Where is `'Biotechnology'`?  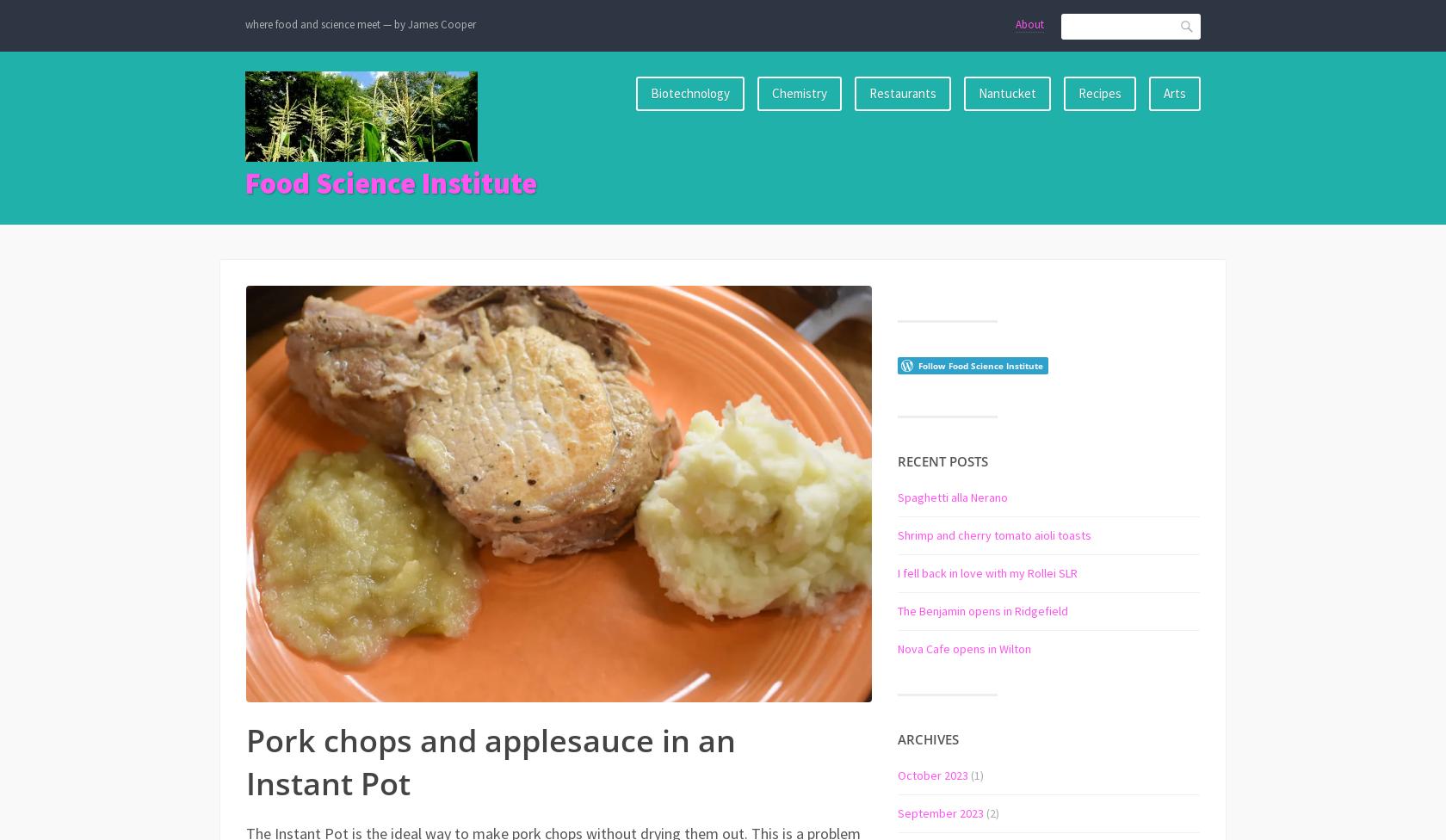 'Biotechnology' is located at coordinates (651, 92).